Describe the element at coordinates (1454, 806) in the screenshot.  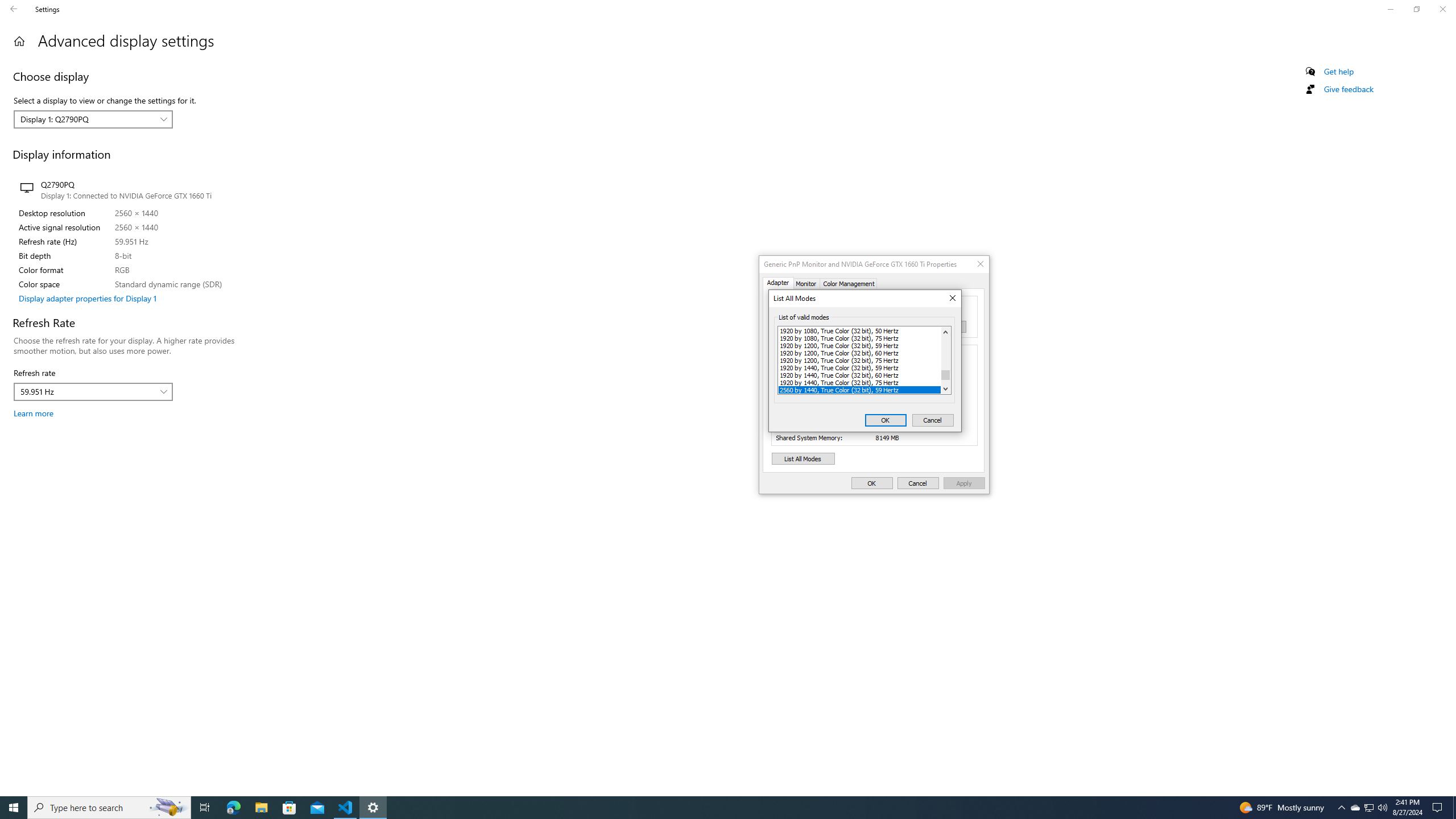
I see `'Show desktop'` at that location.